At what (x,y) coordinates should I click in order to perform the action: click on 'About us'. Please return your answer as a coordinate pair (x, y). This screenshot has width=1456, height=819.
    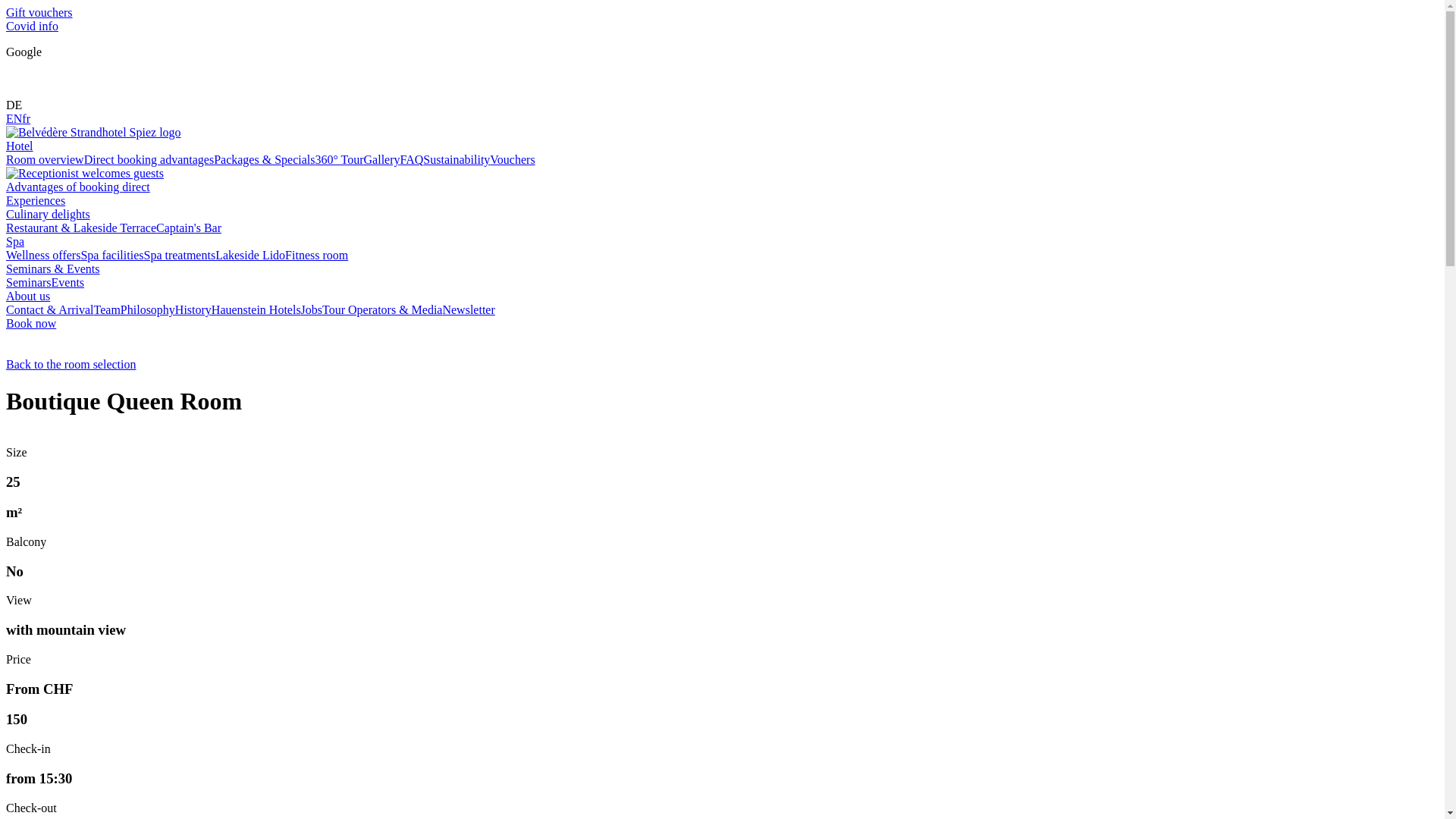
    Looking at the image, I should click on (6, 296).